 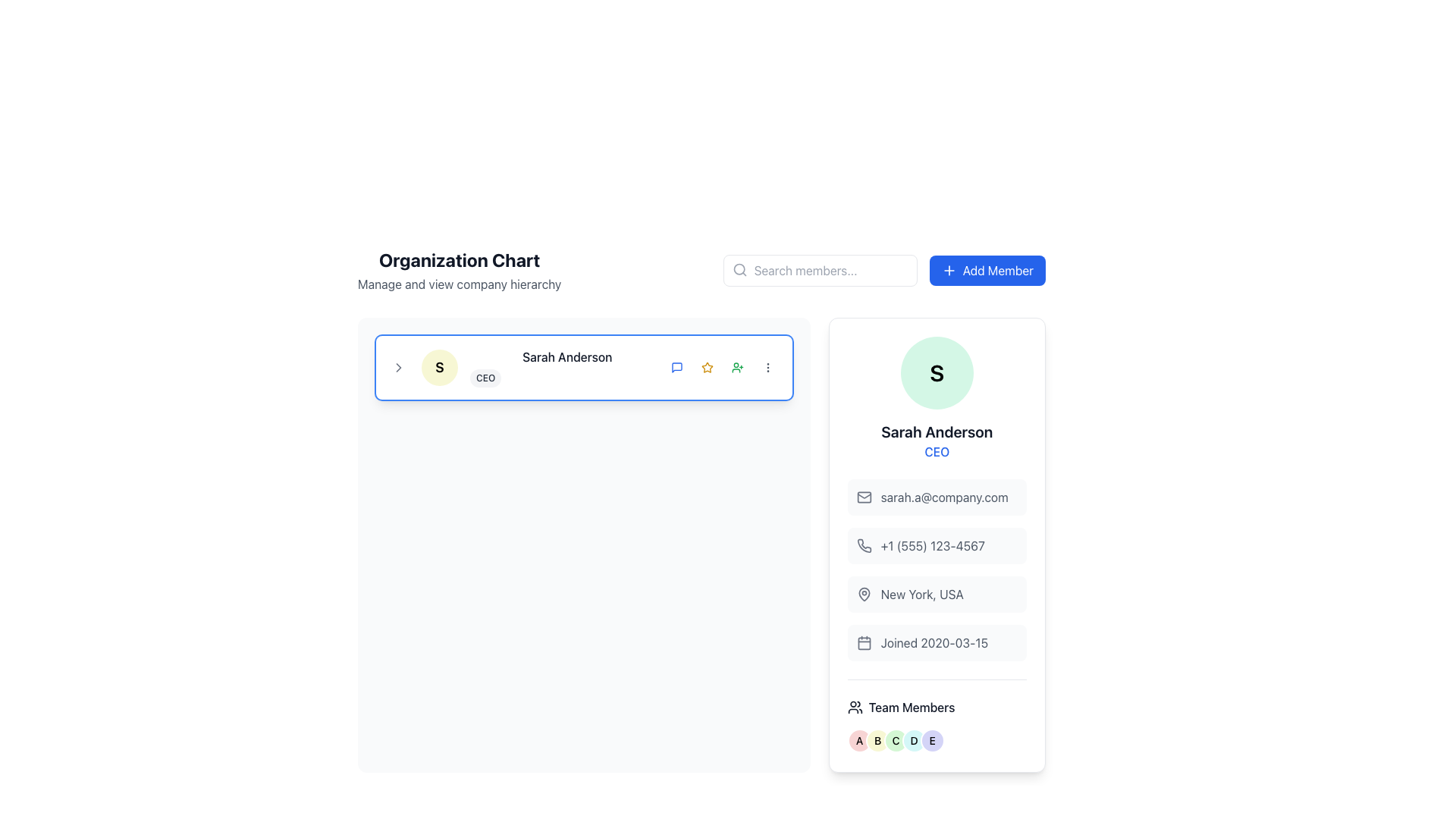 What do you see at coordinates (858, 739) in the screenshot?
I see `the first avatar icon labeled 'A'` at bounding box center [858, 739].